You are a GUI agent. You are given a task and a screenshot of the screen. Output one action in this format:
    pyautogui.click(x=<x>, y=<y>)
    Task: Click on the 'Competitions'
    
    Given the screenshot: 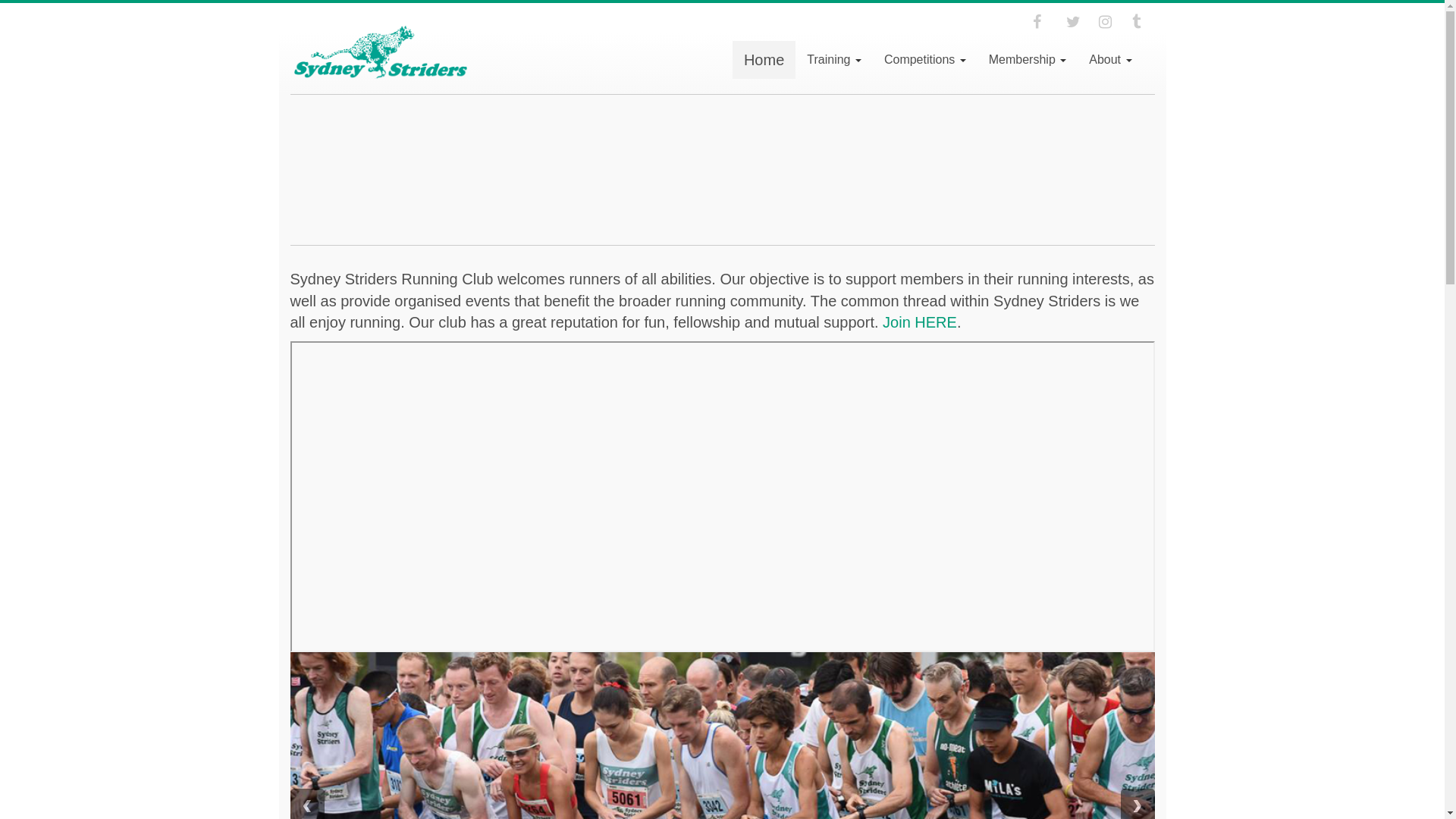 What is the action you would take?
    pyautogui.click(x=924, y=58)
    